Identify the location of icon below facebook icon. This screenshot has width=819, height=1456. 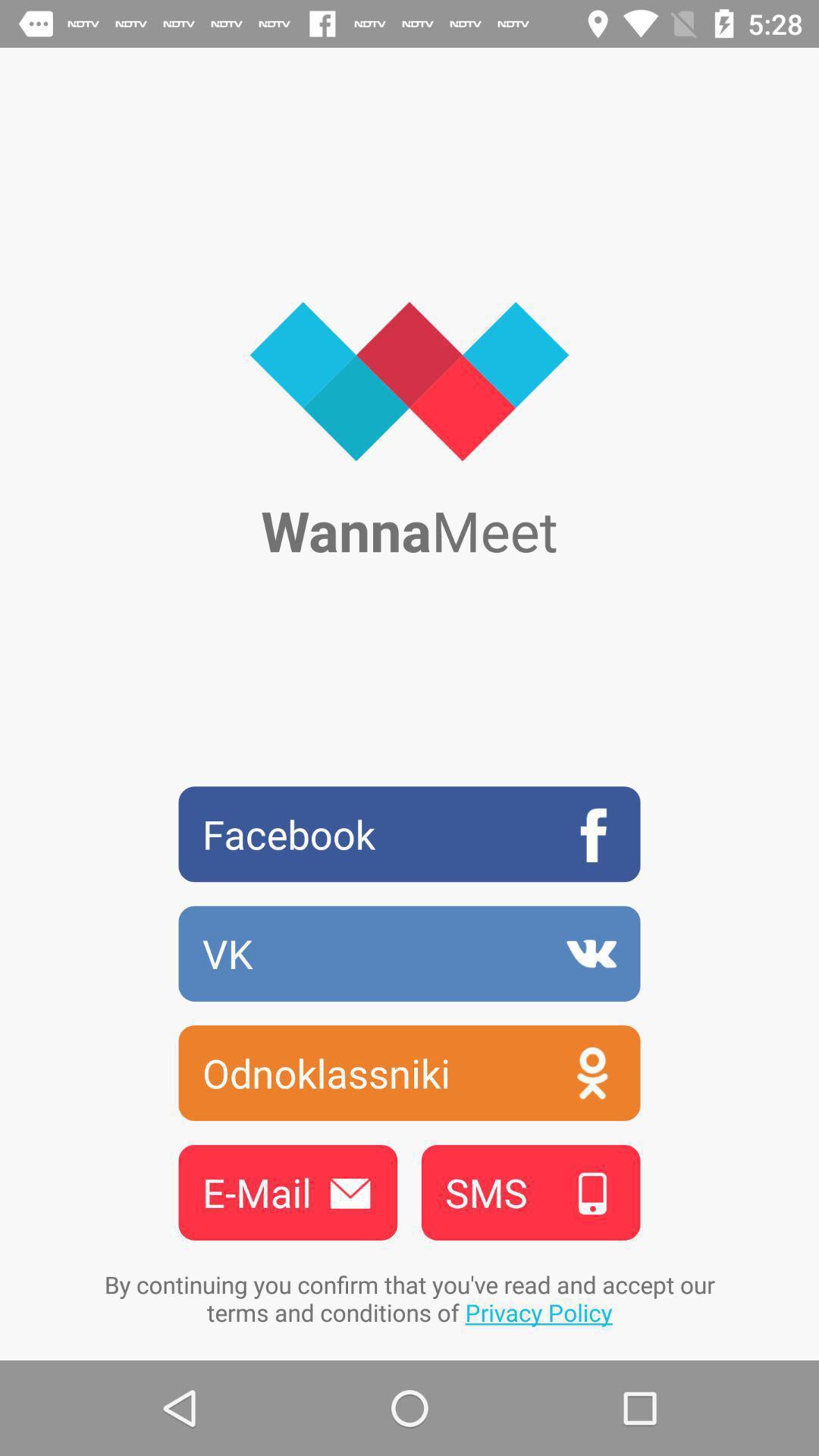
(409, 952).